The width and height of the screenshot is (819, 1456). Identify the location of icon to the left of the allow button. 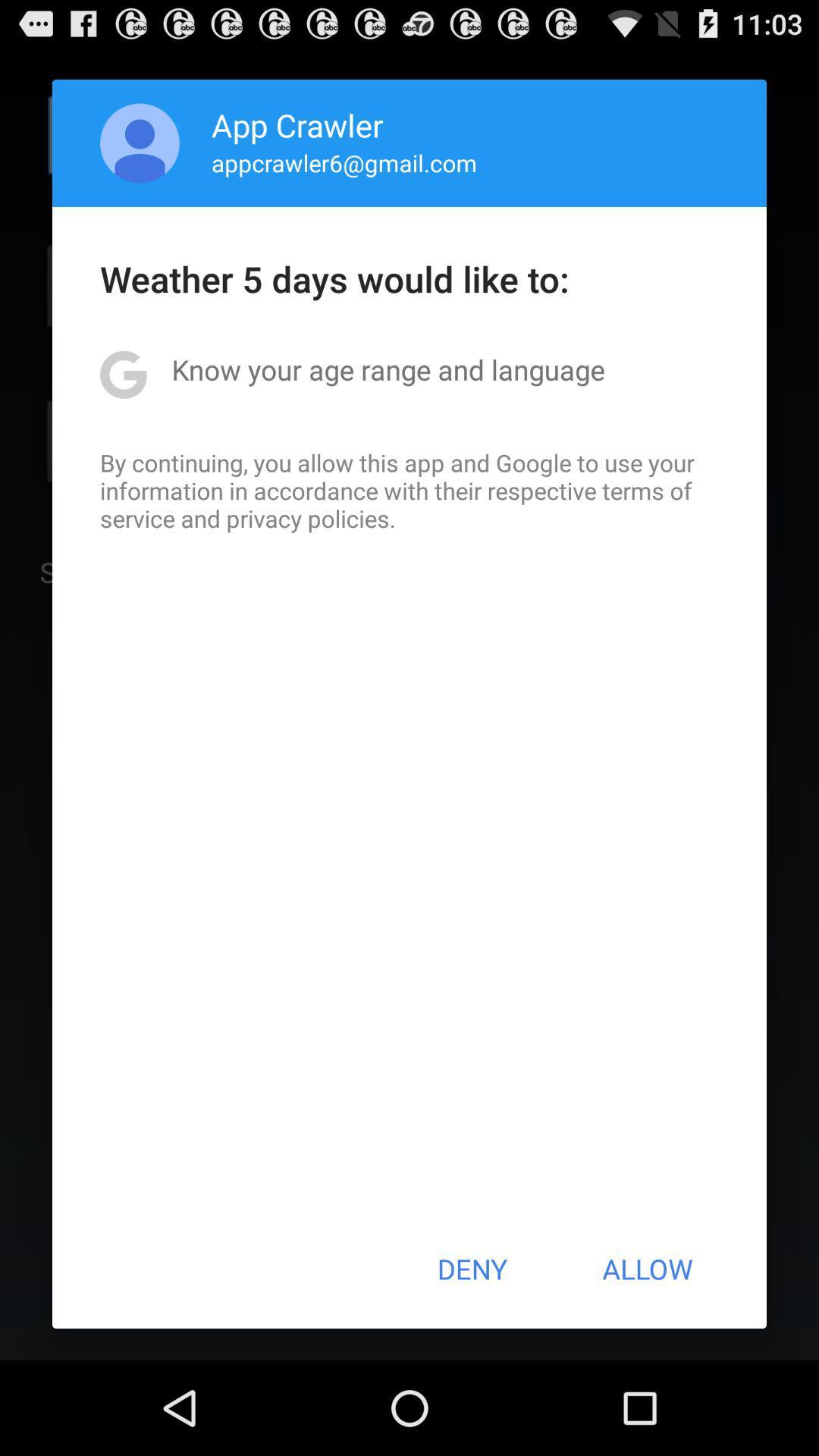
(471, 1269).